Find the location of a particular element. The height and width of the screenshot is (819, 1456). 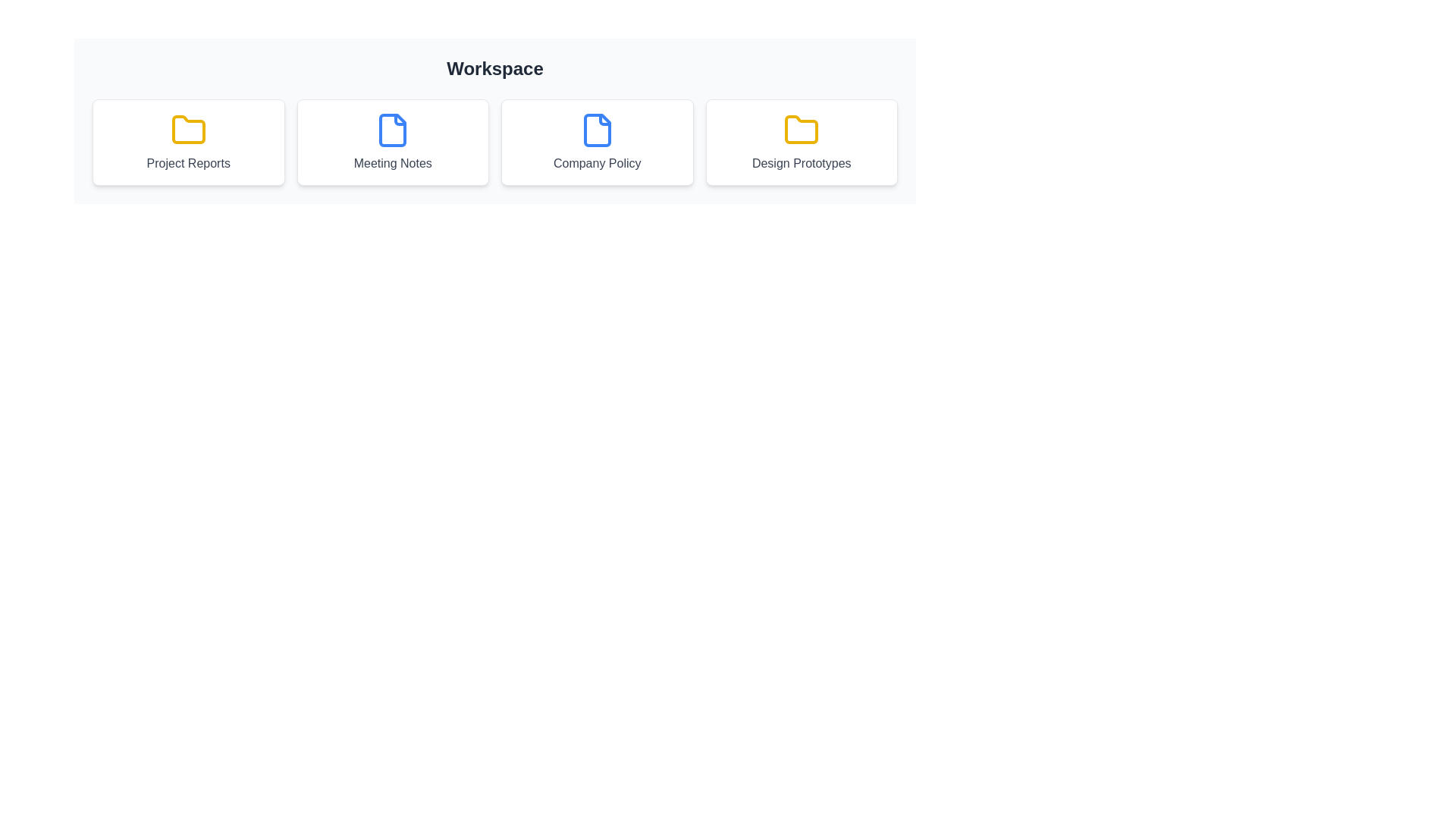

the blue-styled file icon located in the center of the second card labeled 'Workspace', positioned above the text 'Meeting Notes' is located at coordinates (393, 130).